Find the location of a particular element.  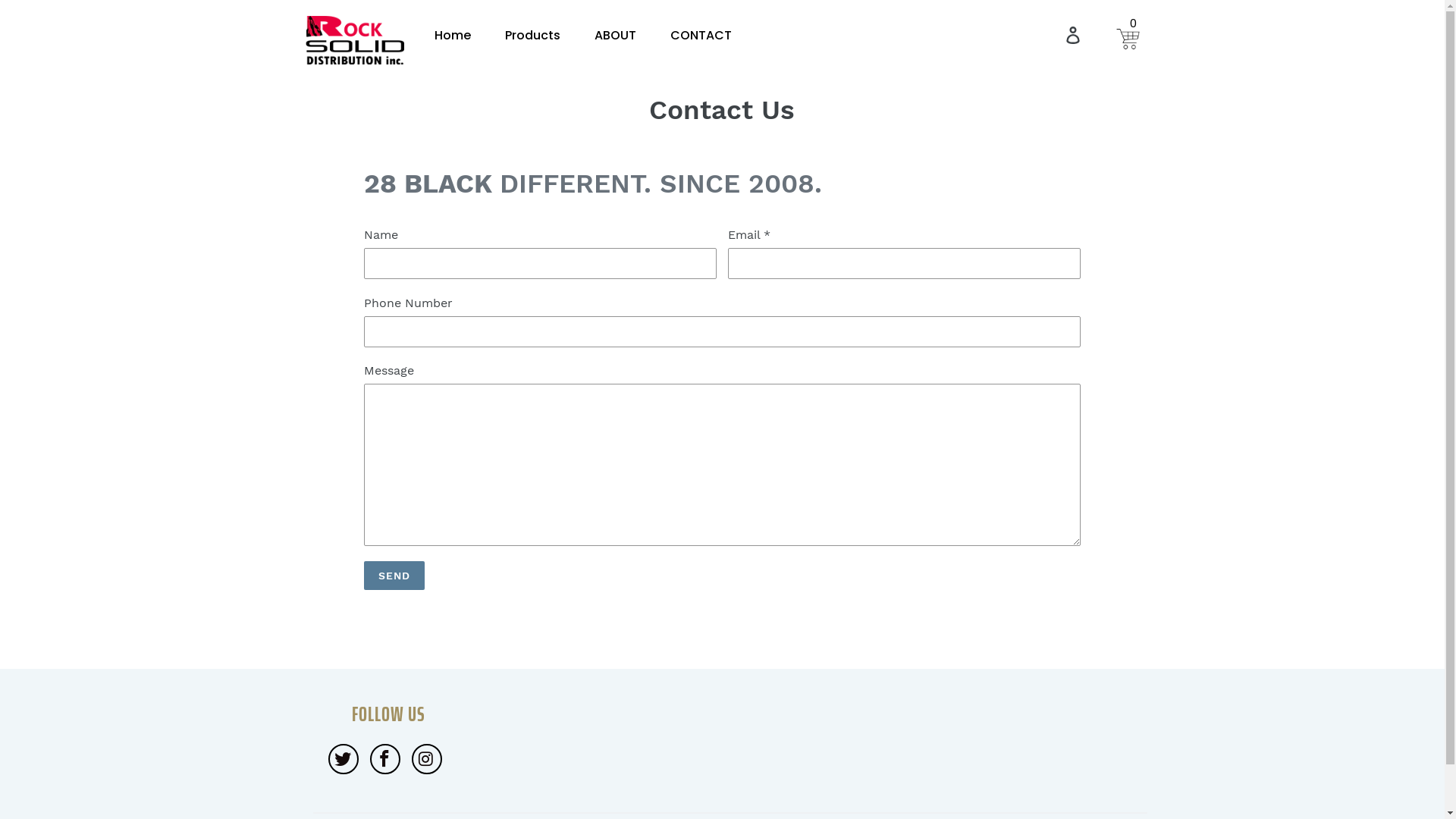

'0' is located at coordinates (1128, 34).